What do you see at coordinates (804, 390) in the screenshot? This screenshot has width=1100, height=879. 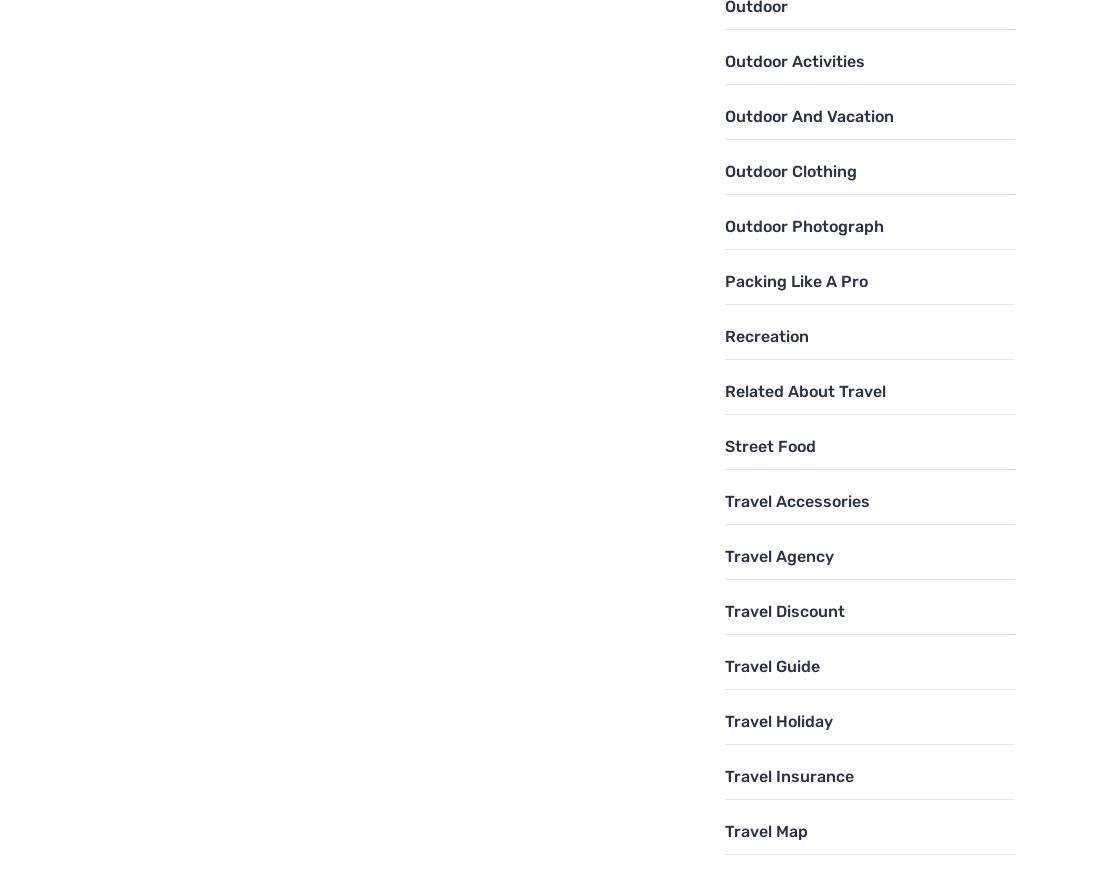 I see `'Related About Travel'` at bounding box center [804, 390].